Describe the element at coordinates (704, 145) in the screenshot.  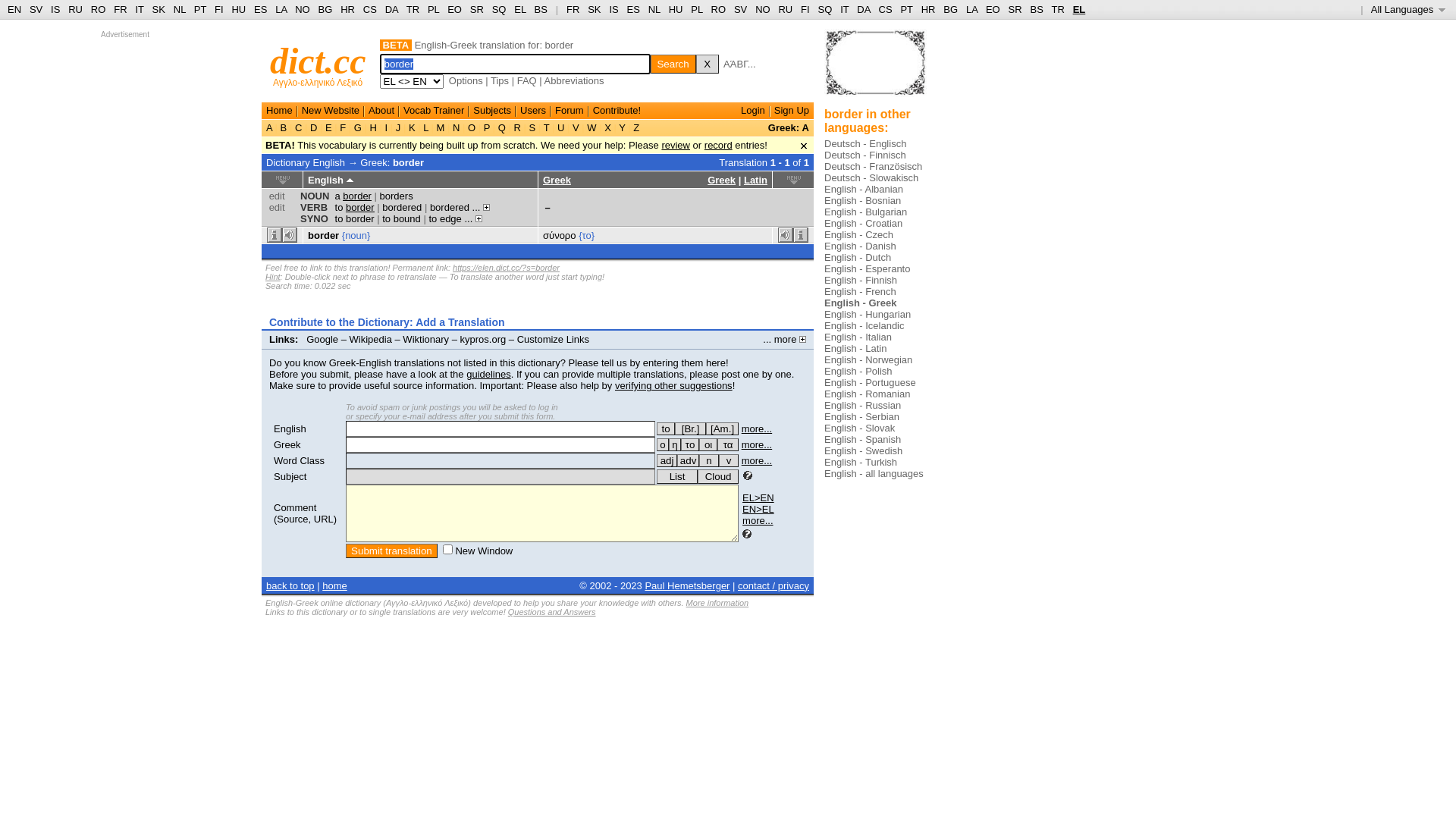
I see `'record'` at that location.